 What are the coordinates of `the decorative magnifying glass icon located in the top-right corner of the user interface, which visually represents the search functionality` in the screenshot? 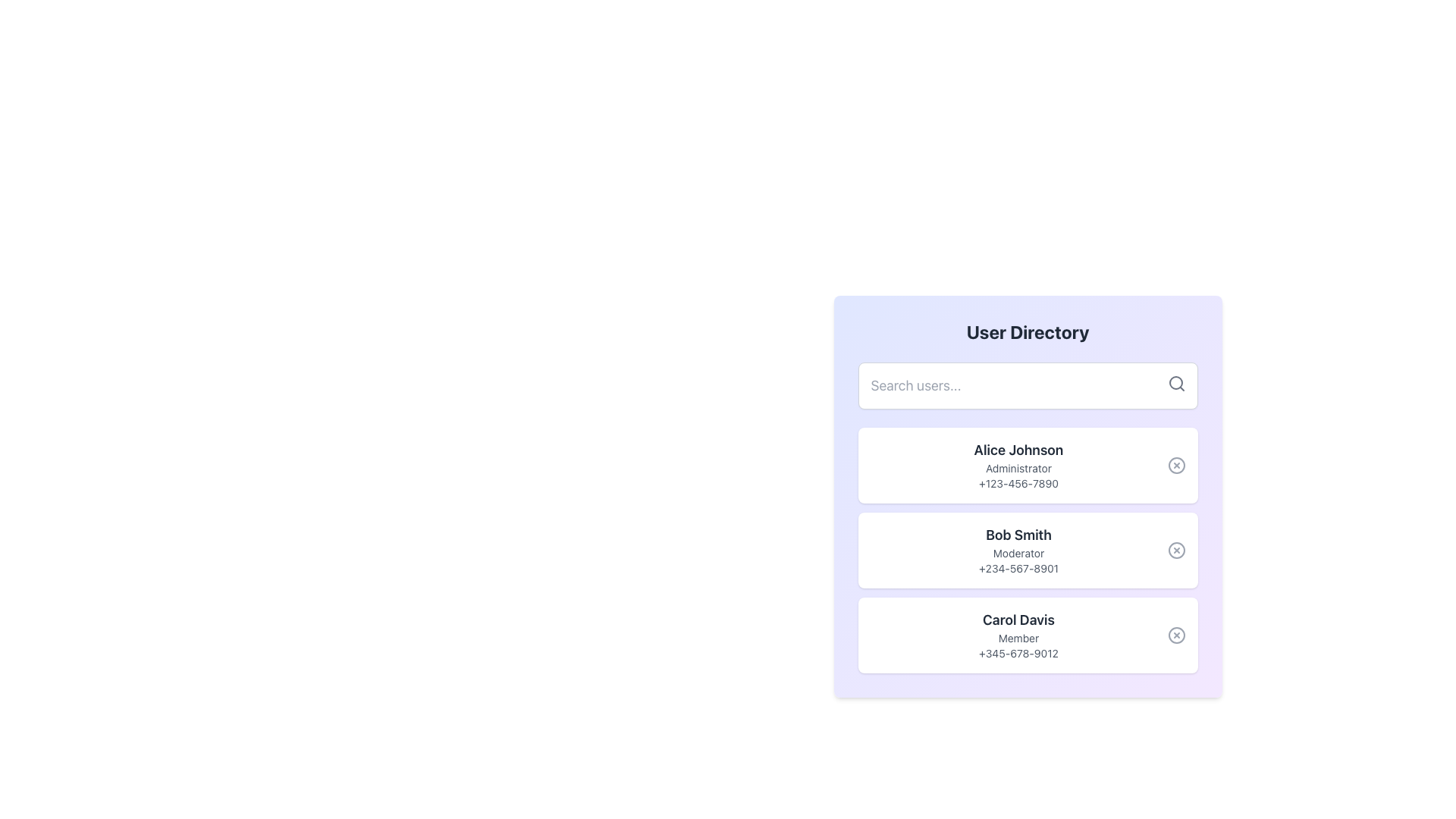 It's located at (1175, 382).